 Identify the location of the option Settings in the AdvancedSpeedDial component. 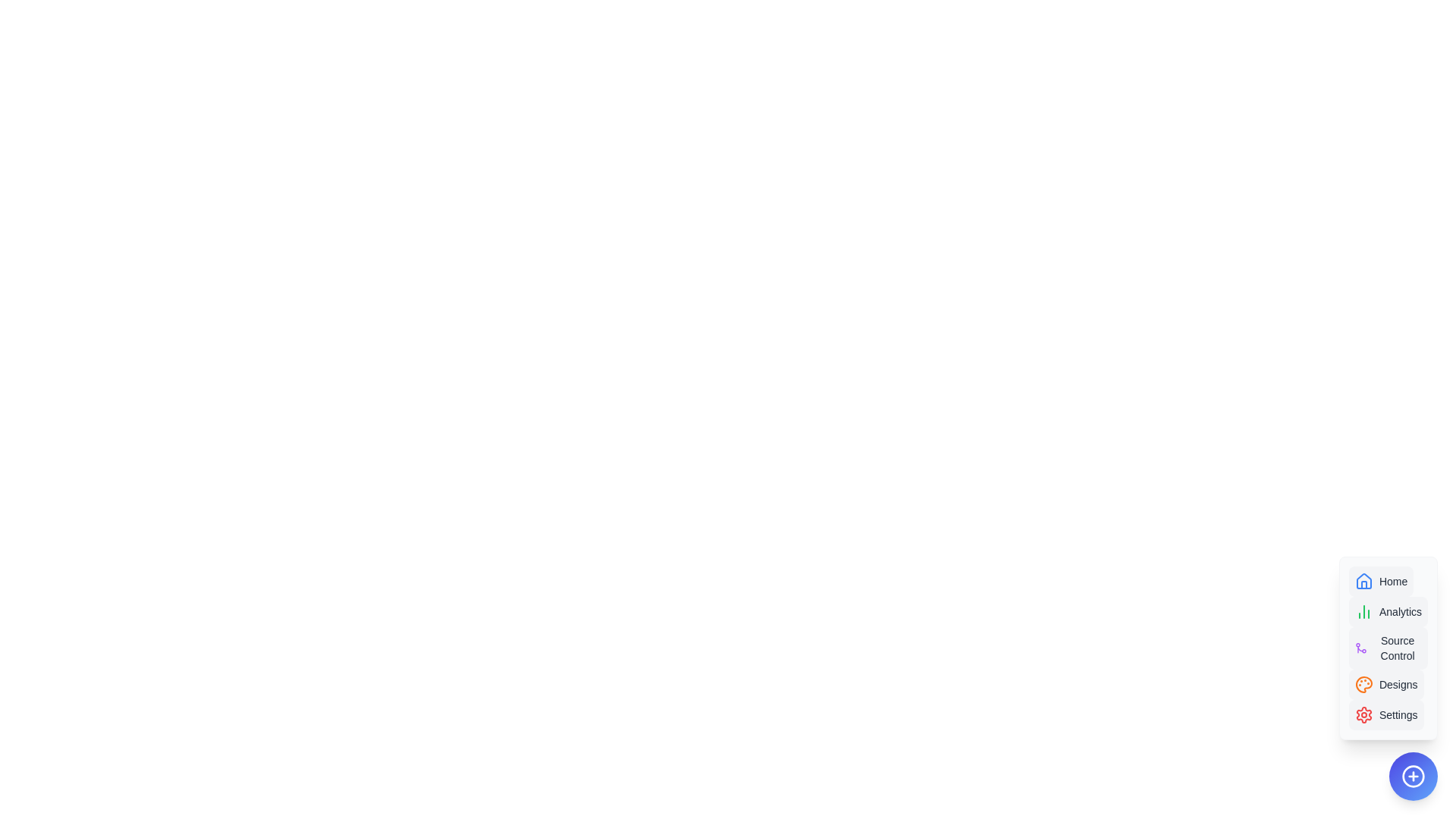
(1386, 714).